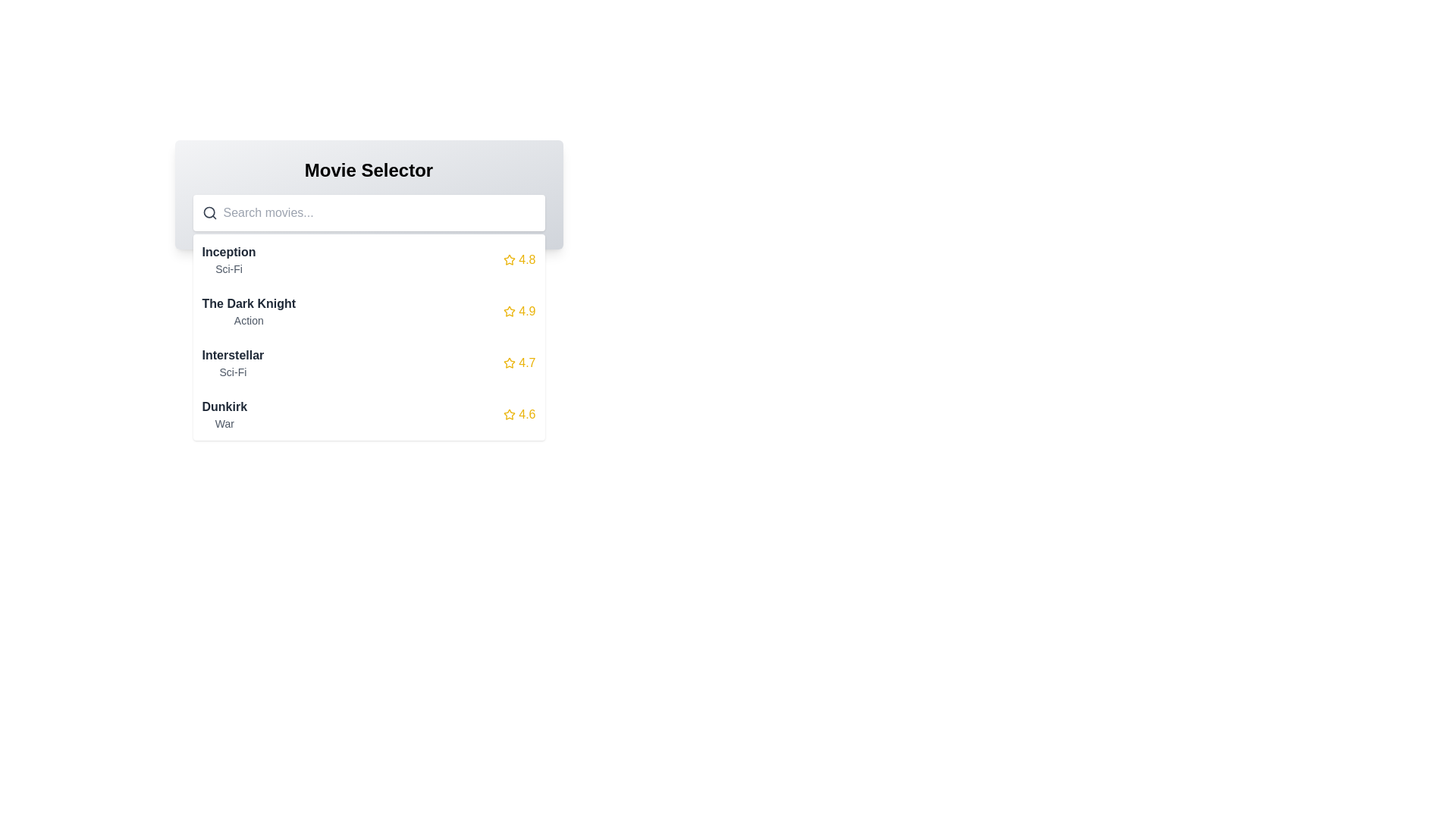 Image resolution: width=1456 pixels, height=819 pixels. Describe the element at coordinates (510, 311) in the screenshot. I see `the star icon representing the movie rating for 'The Dark Knight' which indicates a rating of 4.9` at that location.